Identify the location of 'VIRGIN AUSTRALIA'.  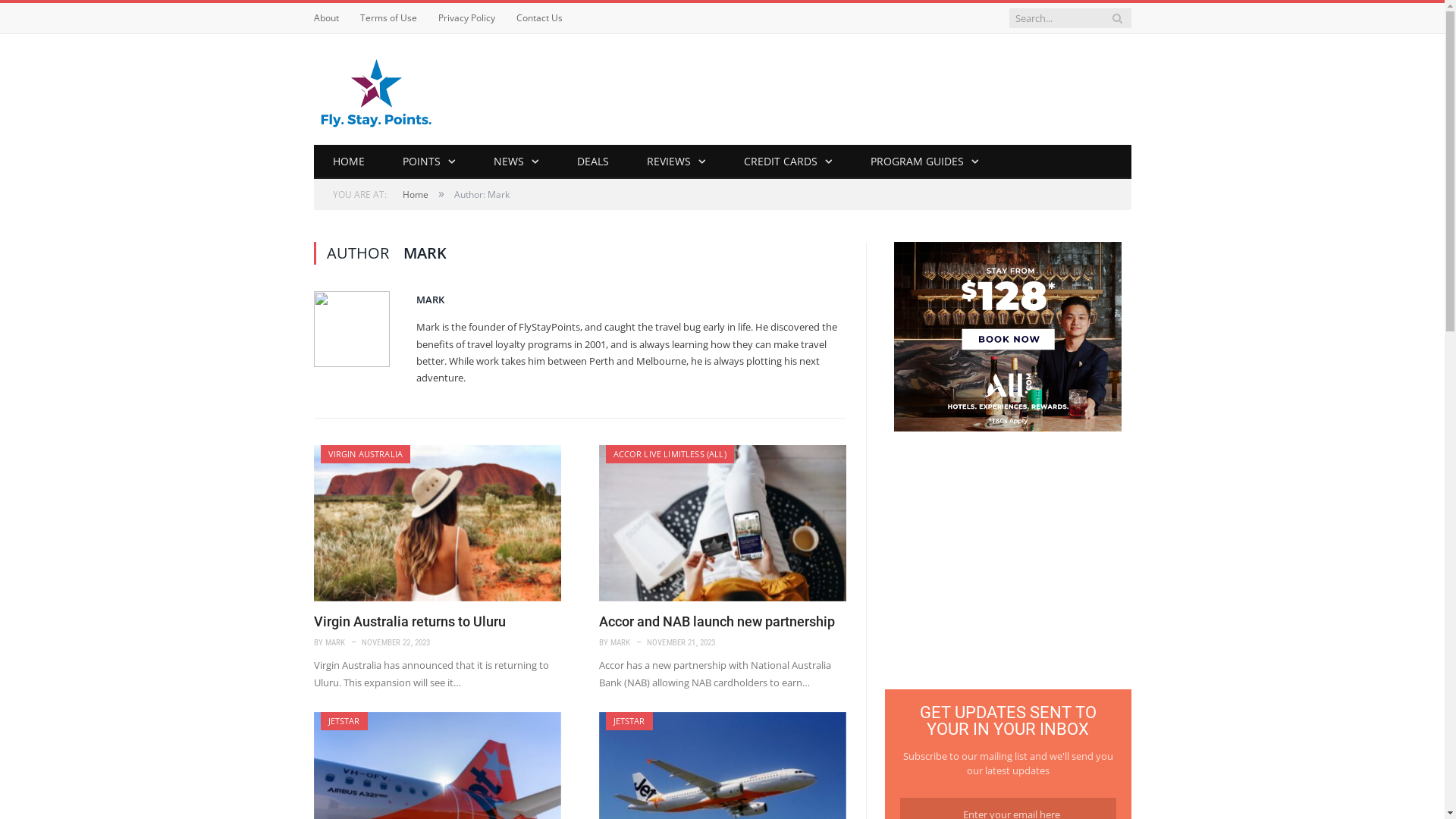
(327, 453).